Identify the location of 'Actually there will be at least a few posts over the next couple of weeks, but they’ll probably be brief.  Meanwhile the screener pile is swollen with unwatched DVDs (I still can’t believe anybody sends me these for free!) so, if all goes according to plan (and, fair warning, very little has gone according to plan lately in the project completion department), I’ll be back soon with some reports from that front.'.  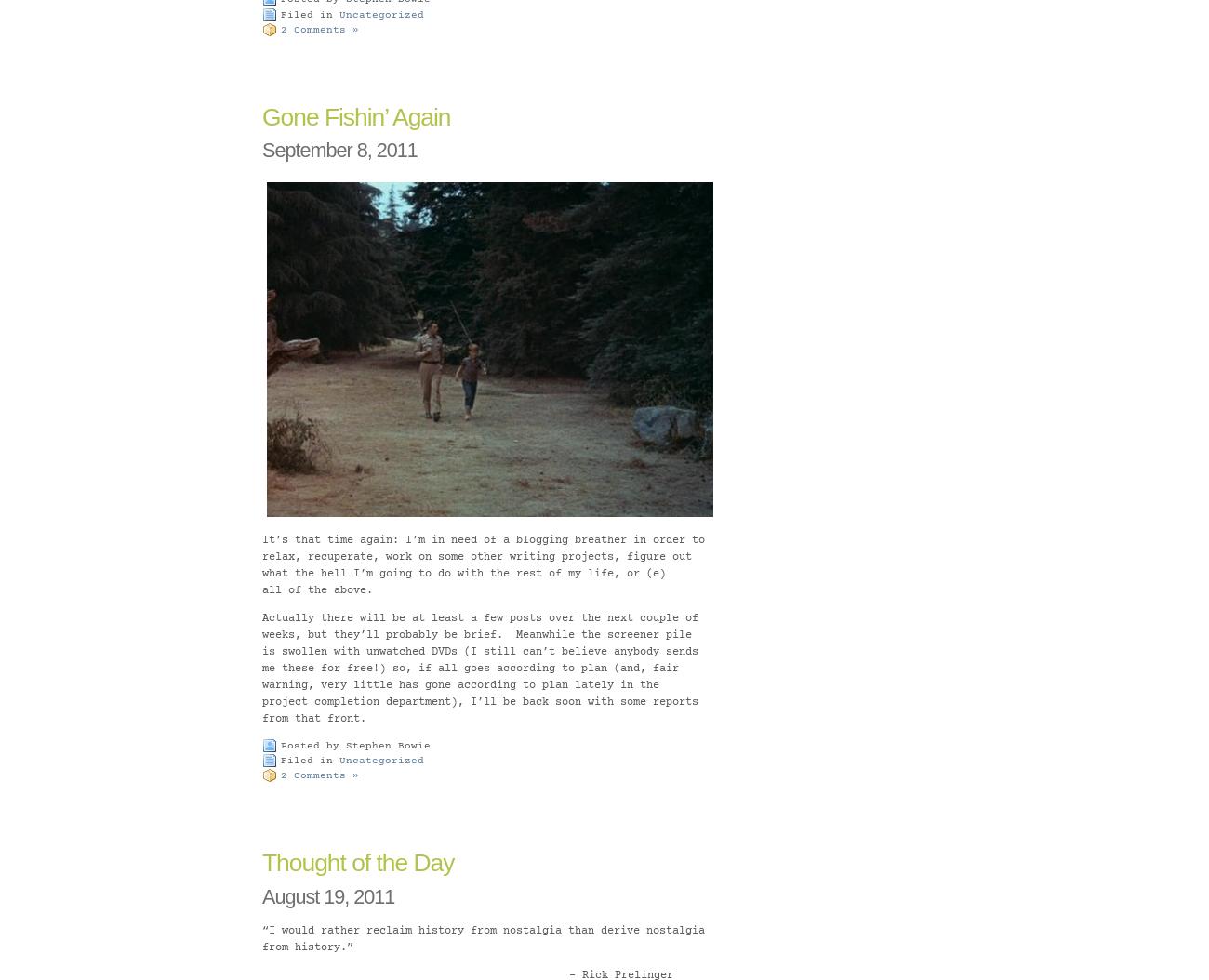
(480, 667).